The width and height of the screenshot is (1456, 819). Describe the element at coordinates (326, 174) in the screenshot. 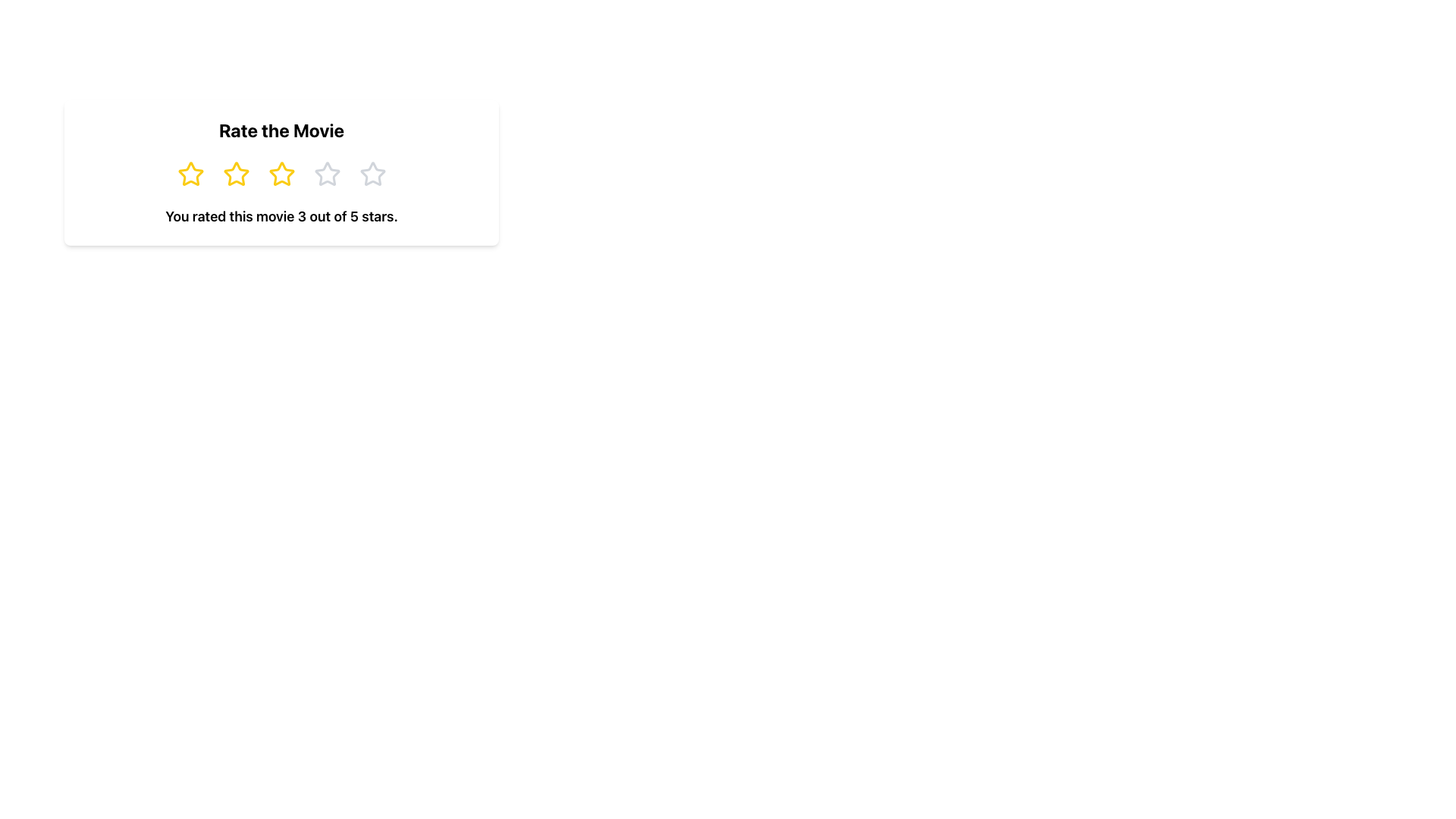

I see `the fourth star icon` at that location.